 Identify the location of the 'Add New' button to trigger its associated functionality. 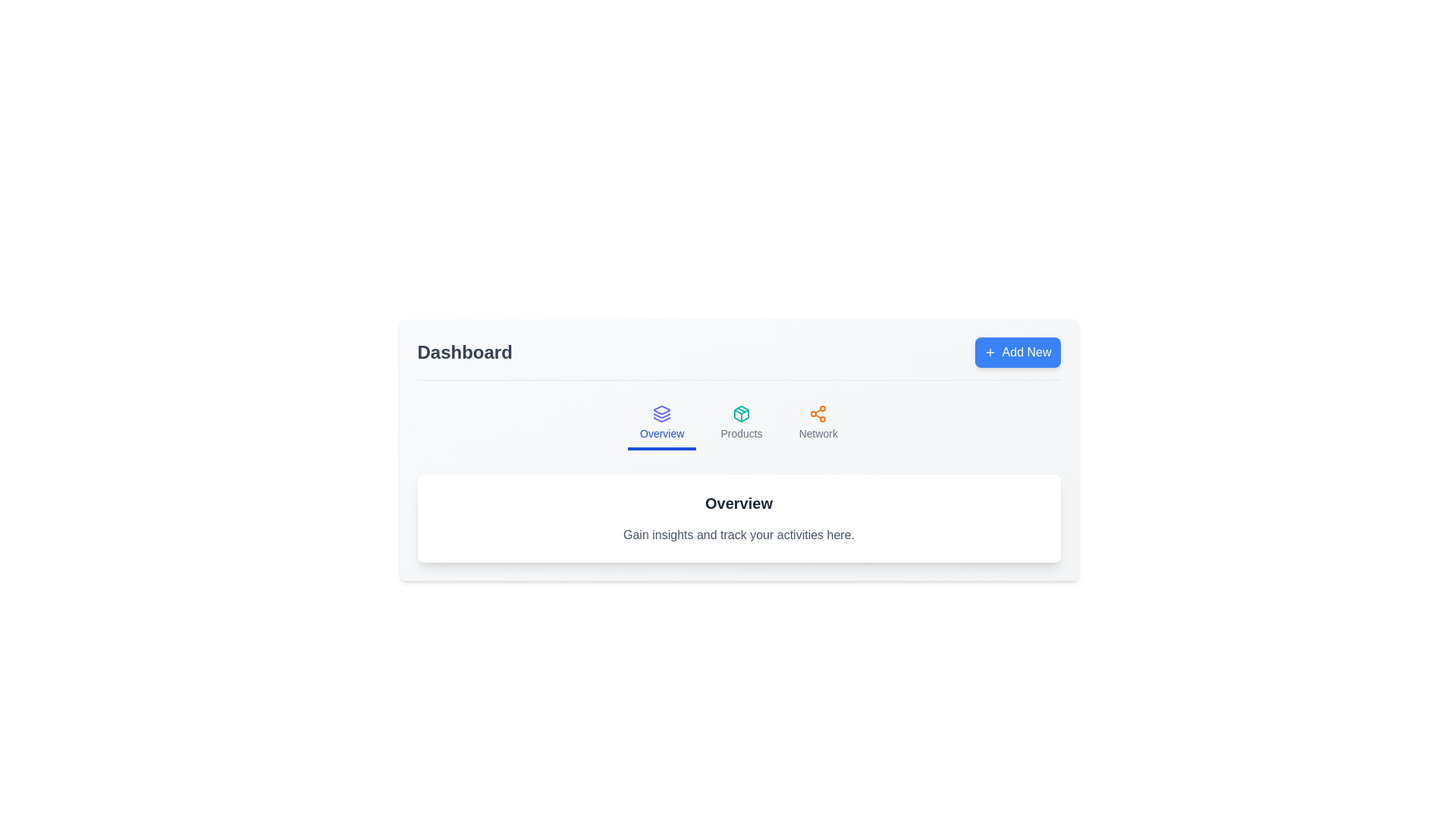
(1018, 353).